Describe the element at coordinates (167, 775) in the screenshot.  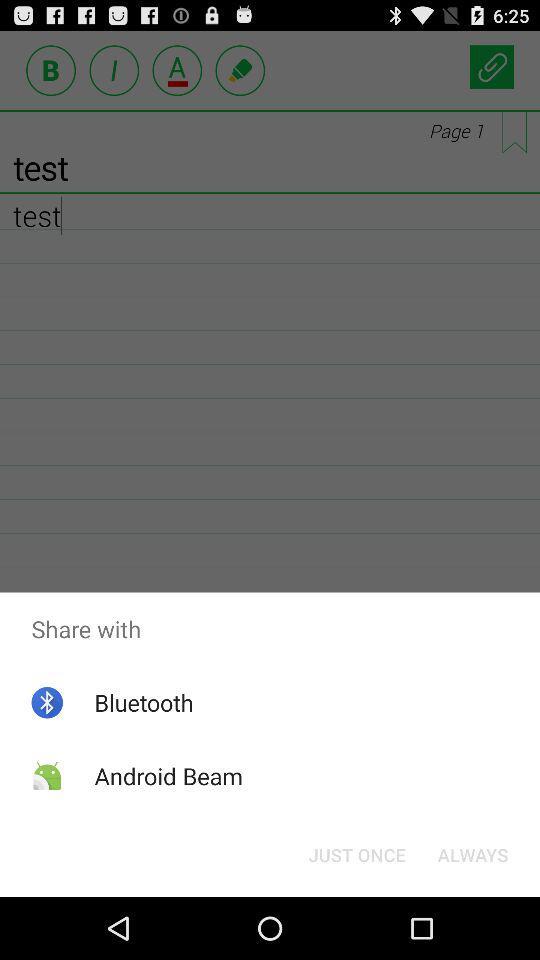
I see `the icon below bluetooth item` at that location.